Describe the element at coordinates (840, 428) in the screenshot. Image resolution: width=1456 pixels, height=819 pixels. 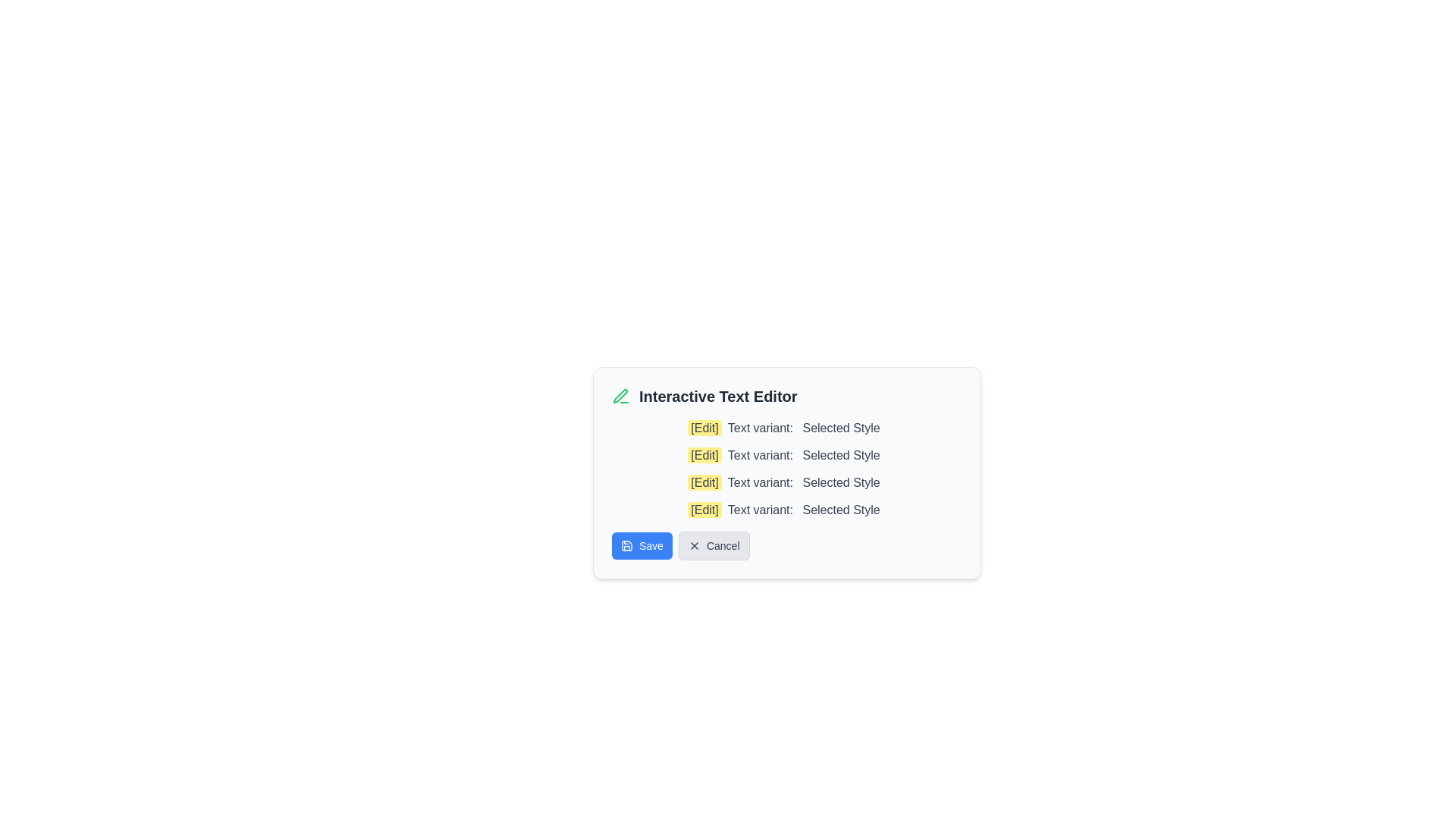
I see `the 'Selected Style' text badge, which is a rectangular label with rounded corners located to the right of the '[Edit]' button in the 'Interactive Text Editor' section` at that location.